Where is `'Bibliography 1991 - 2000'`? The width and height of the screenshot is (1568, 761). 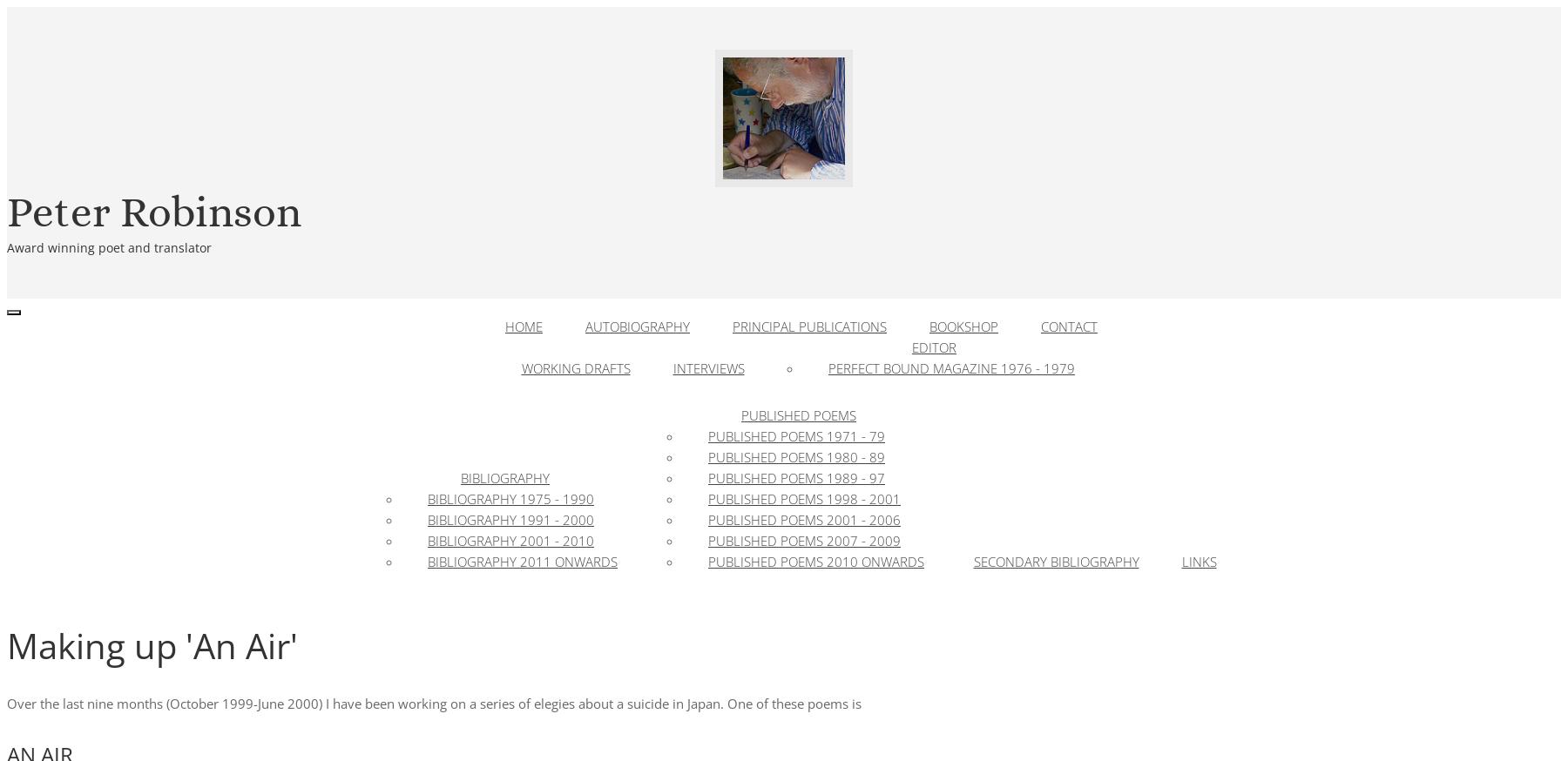 'Bibliography 1991 - 2000' is located at coordinates (510, 519).